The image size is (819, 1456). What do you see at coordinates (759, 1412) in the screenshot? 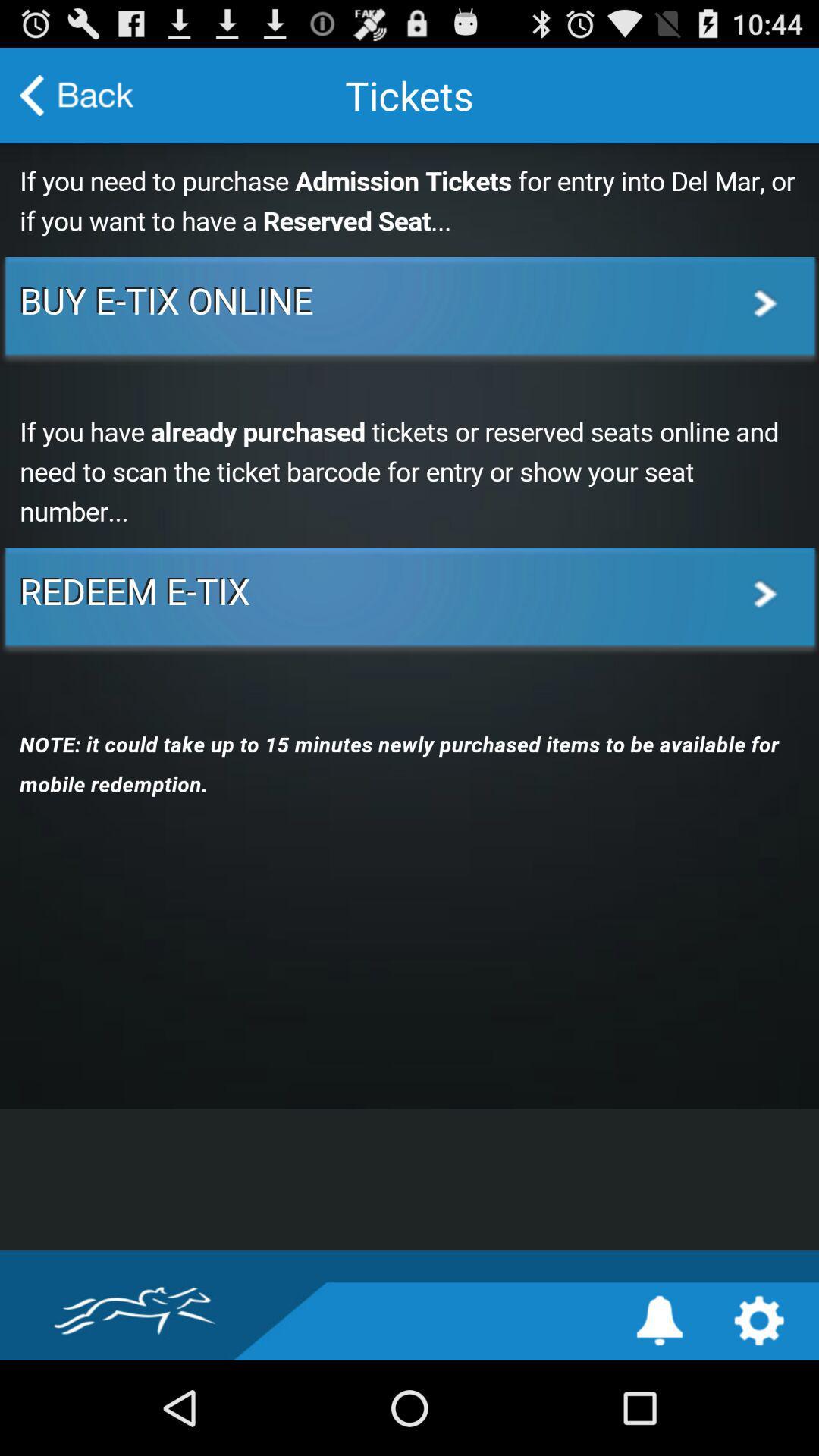
I see `the settings icon` at bounding box center [759, 1412].